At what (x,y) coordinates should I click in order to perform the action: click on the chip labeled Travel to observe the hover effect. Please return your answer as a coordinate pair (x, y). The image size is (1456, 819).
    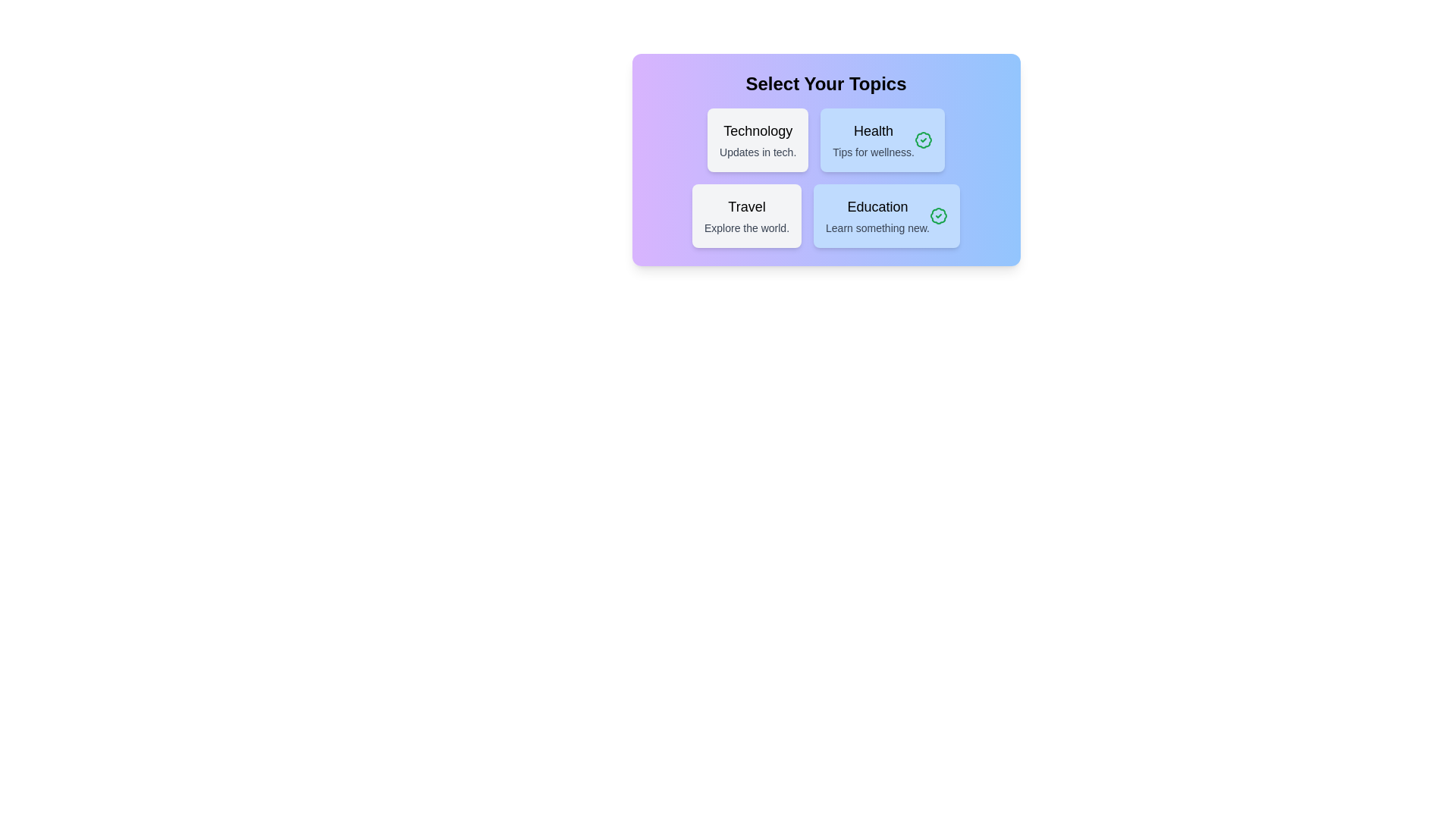
    Looking at the image, I should click on (746, 216).